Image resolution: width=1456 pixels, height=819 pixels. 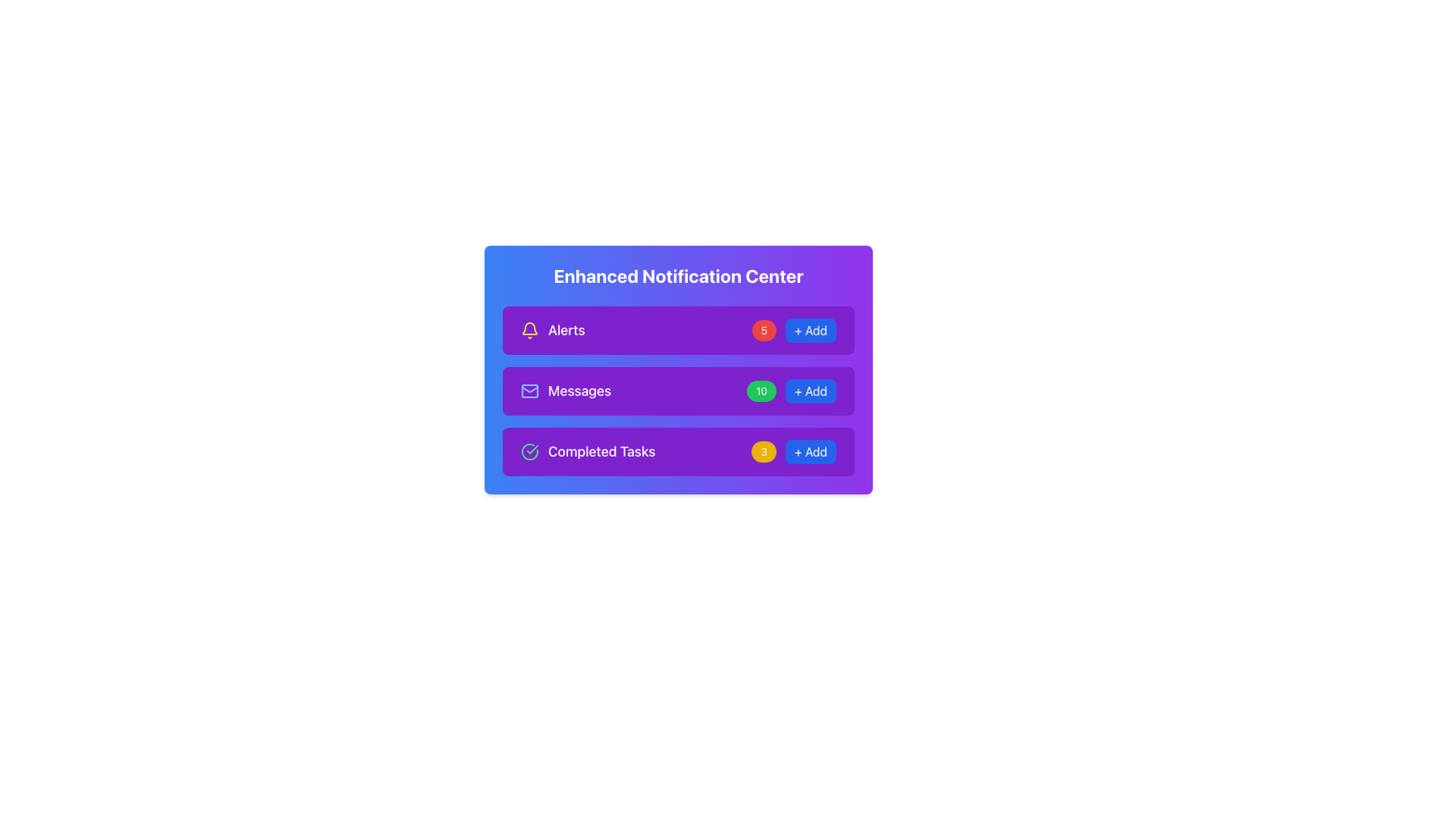 What do you see at coordinates (764, 451) in the screenshot?
I see `the small yellow circular badge with the number '3' in white text, located to the left of the '+ Add' button in the 'Completed Tasks' section` at bounding box center [764, 451].